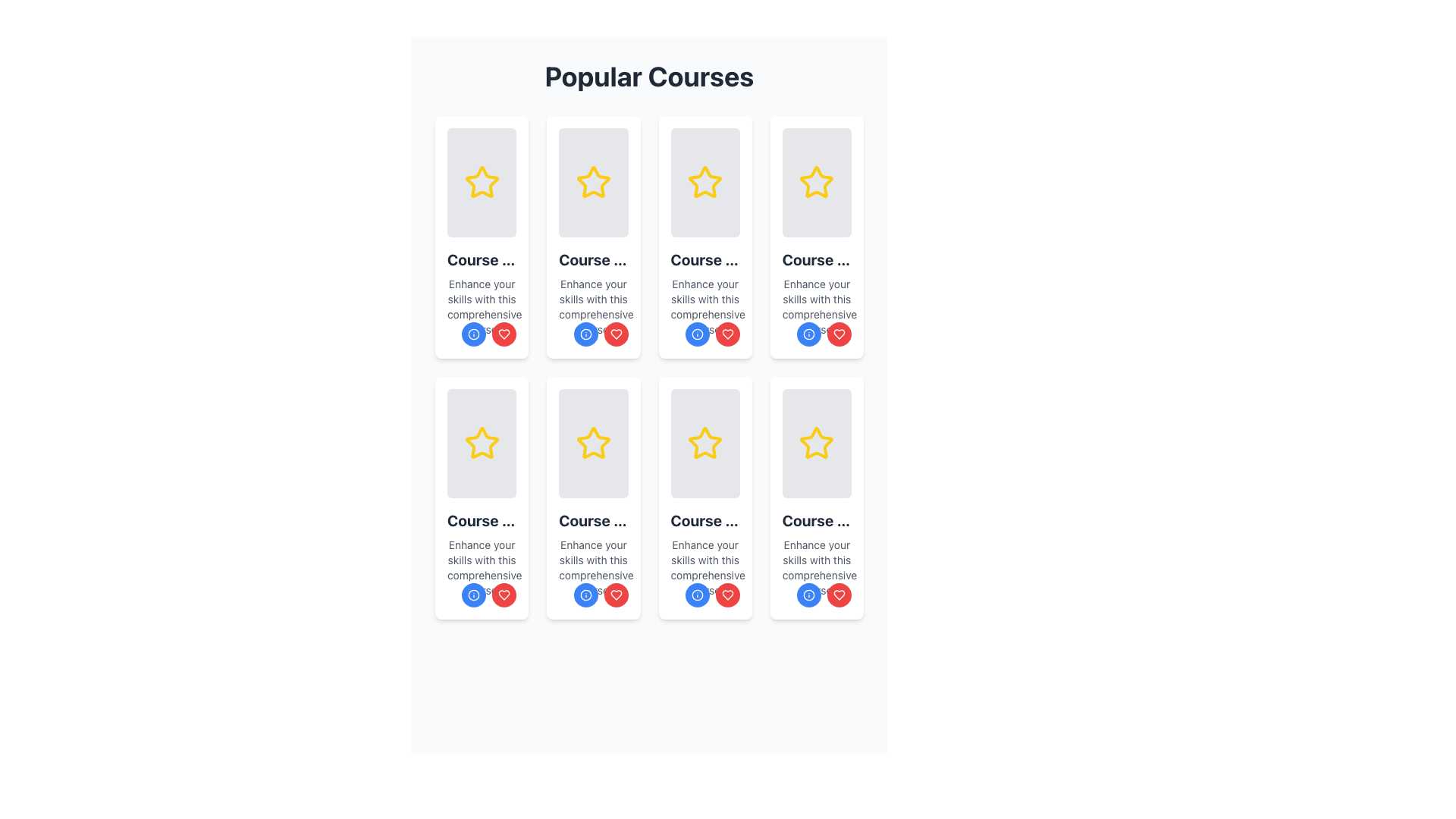 The image size is (1456, 819). I want to click on the heart icon located at the bottom right corner of the second course card in the second row of the grid layout to favorite the course, so click(616, 595).